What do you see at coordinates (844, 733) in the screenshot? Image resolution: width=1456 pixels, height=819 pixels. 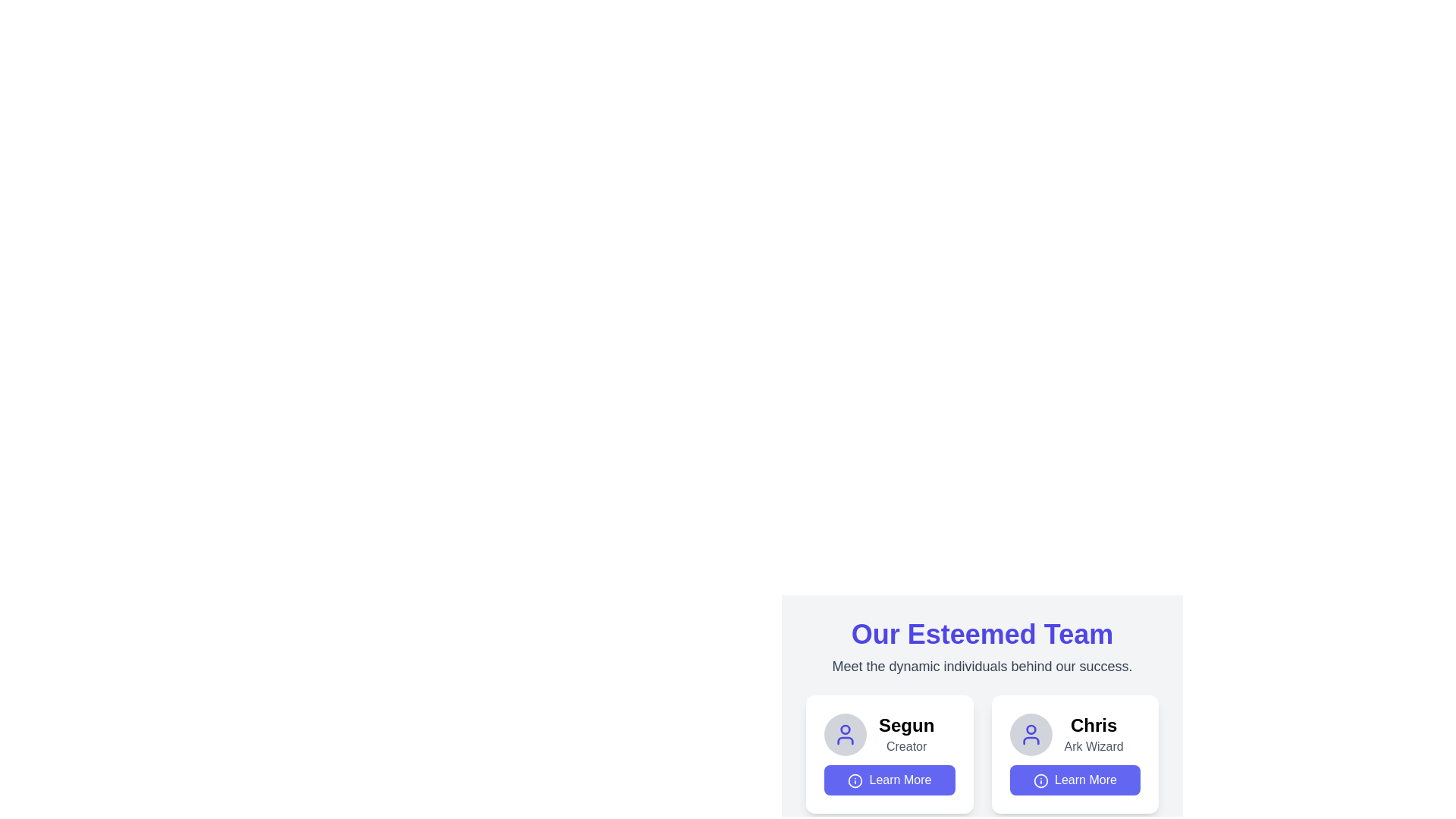 I see `the user profile icon, which is represented by a circular gray background and is located above the label 'Chris Ark Wizard' on the right side of the layout` at bounding box center [844, 733].